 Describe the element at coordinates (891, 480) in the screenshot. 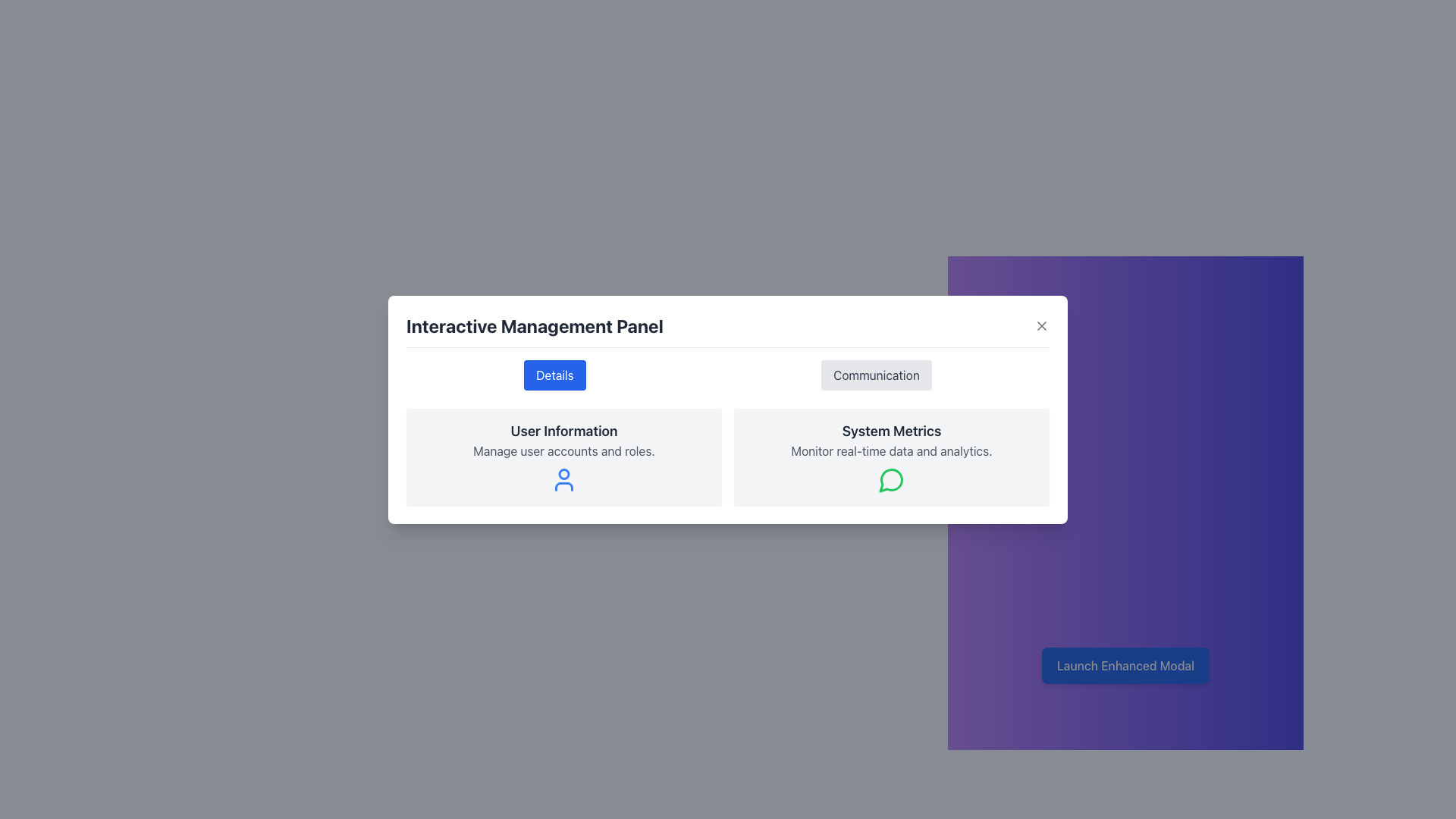

I see `the icon that visually represents the 'System Metrics' section, located at the center of the section within the modal dialog interface` at that location.